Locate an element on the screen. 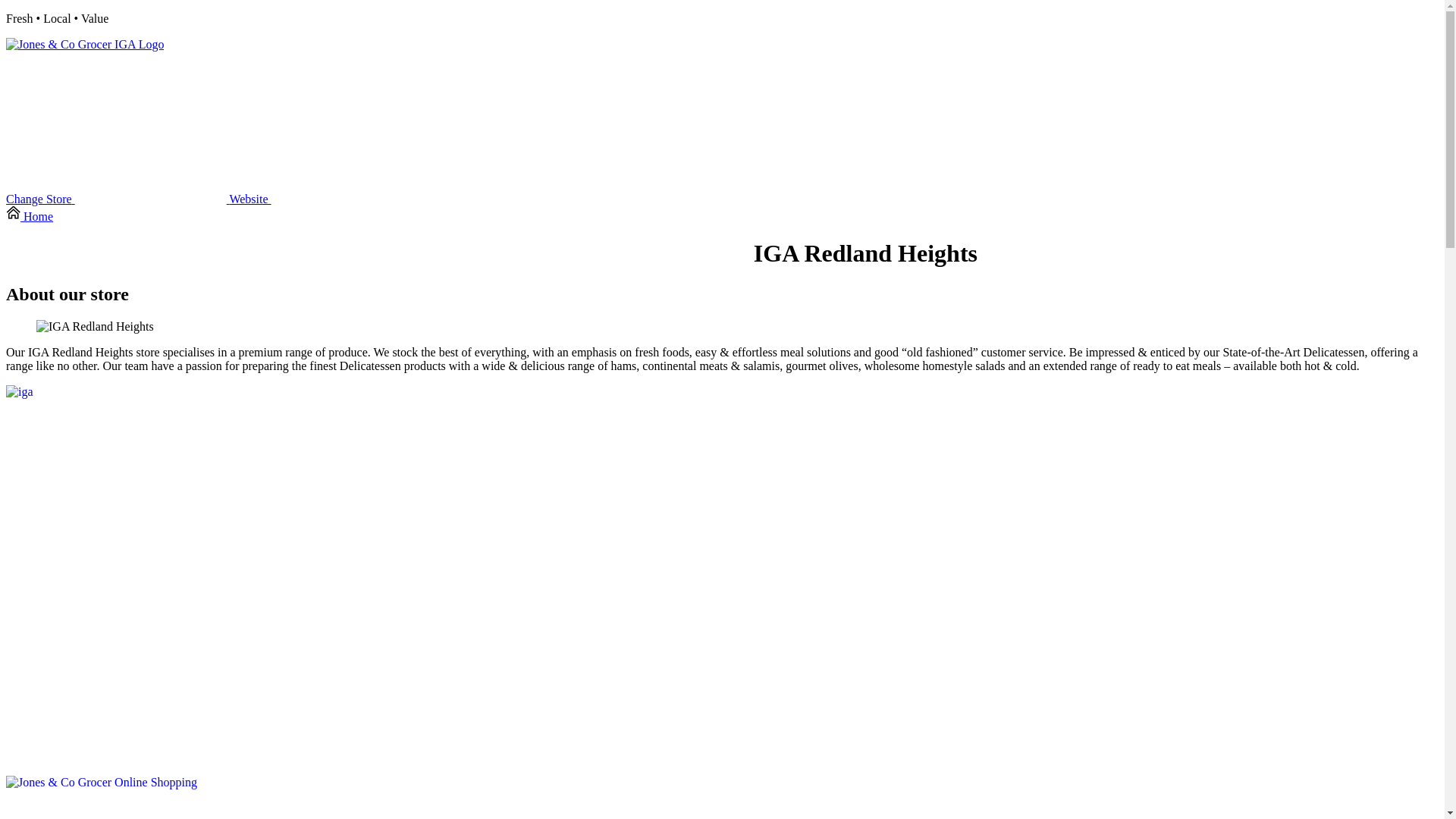 The image size is (1456, 819). 'click to go to this online store home page' is located at coordinates (83, 43).